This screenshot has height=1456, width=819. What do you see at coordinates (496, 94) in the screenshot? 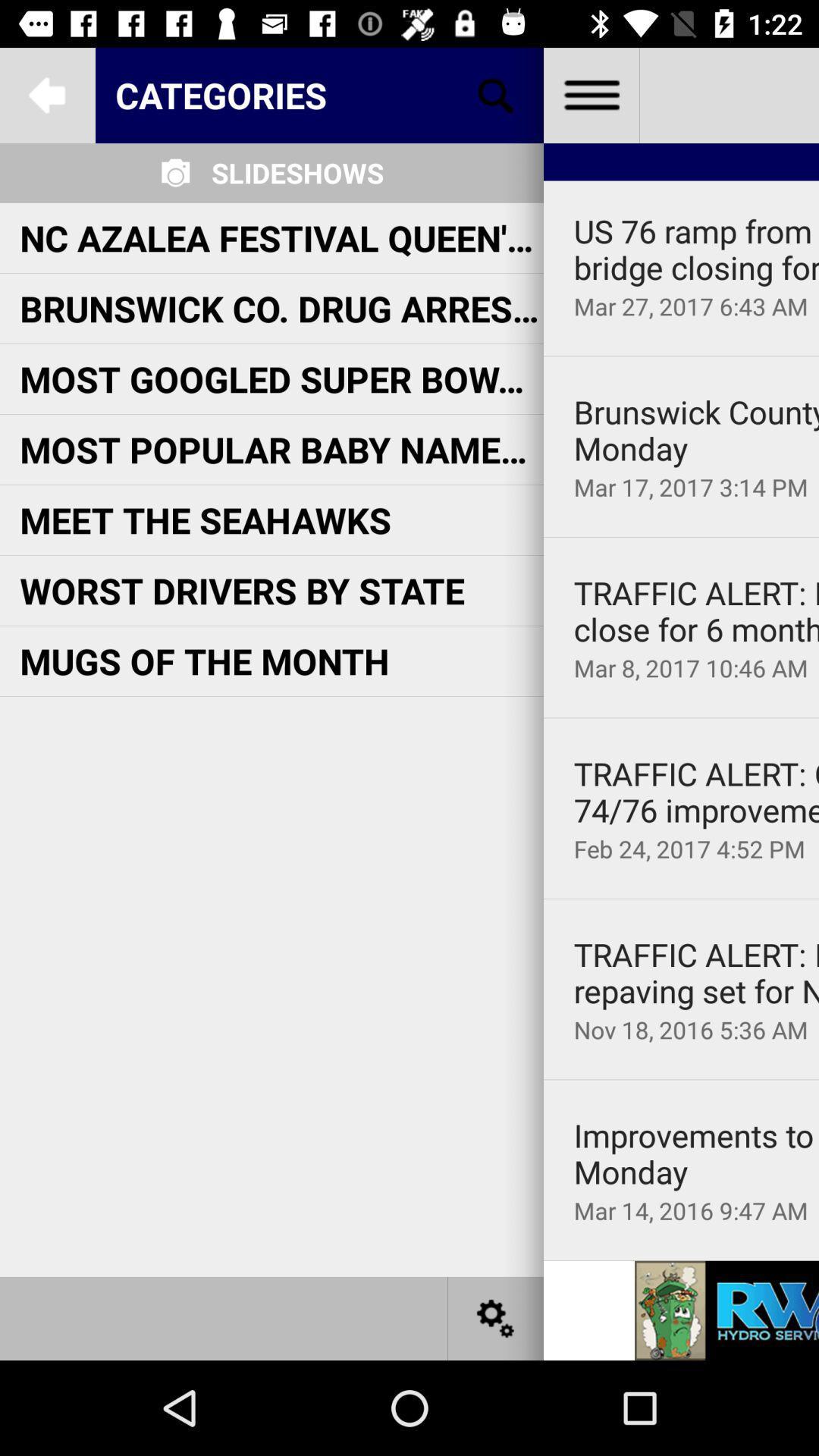
I see `the search button on the web page` at bounding box center [496, 94].